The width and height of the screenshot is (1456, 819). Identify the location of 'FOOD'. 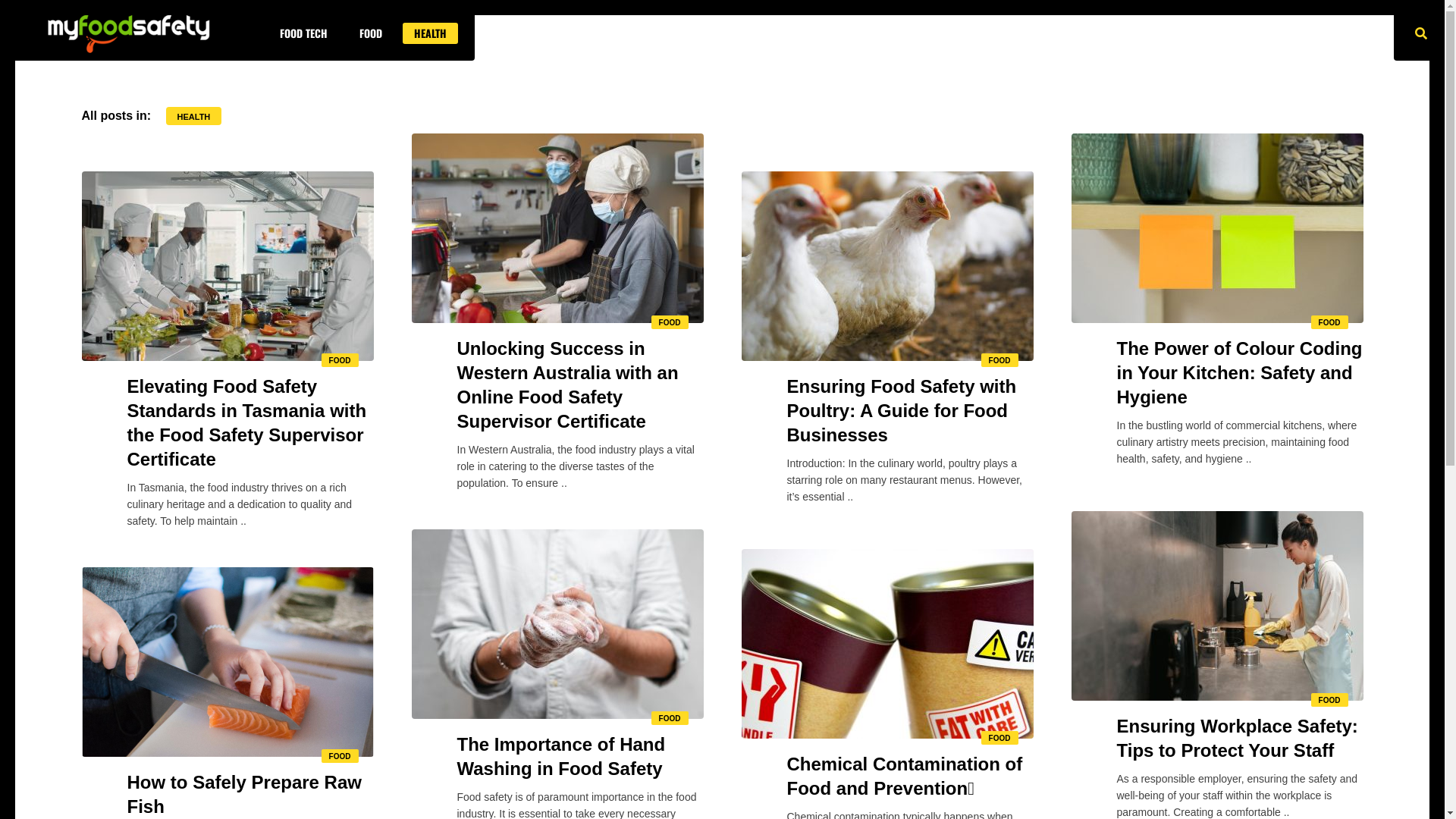
(1329, 700).